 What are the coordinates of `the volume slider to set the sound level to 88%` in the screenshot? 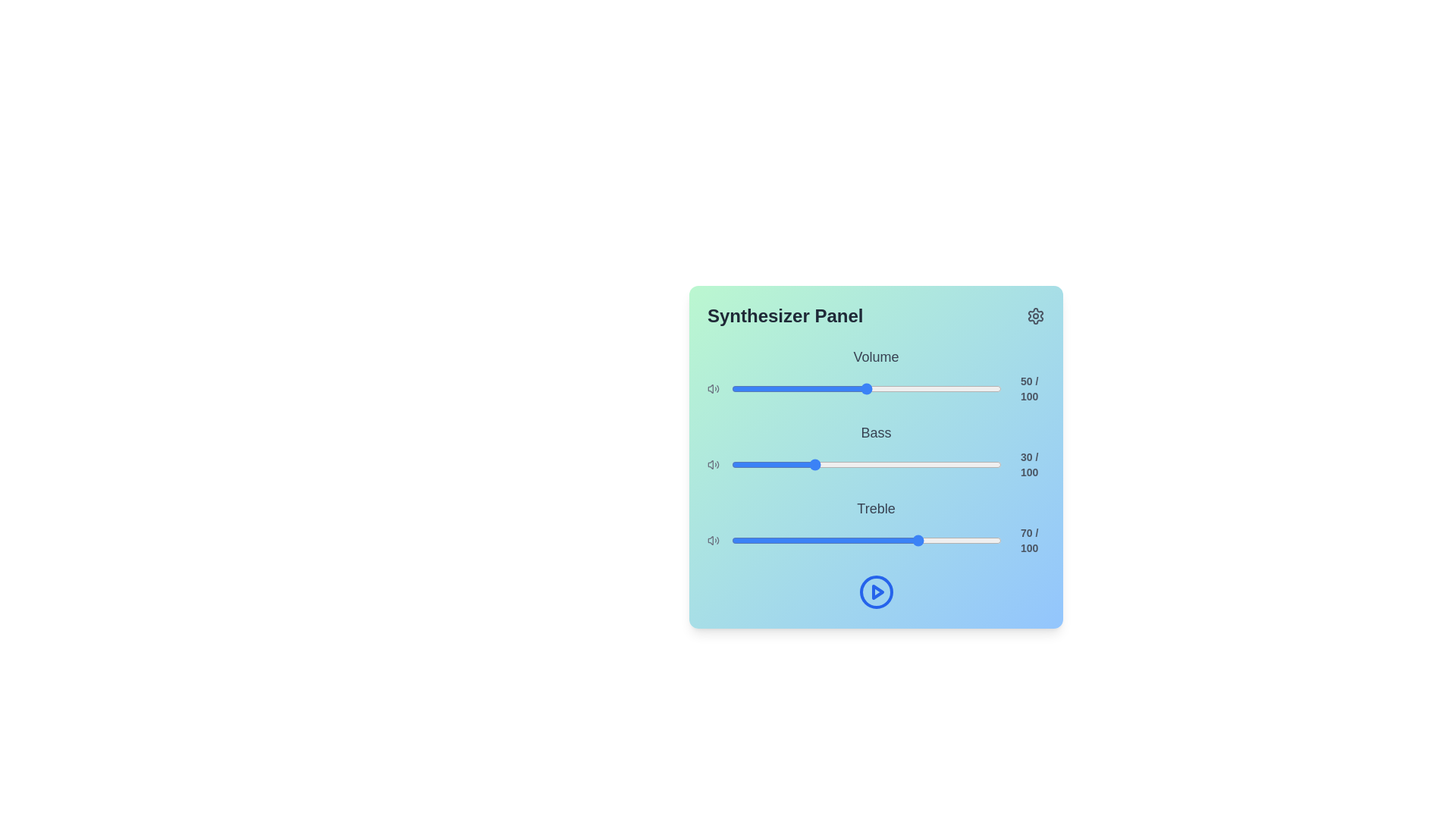 It's located at (968, 388).